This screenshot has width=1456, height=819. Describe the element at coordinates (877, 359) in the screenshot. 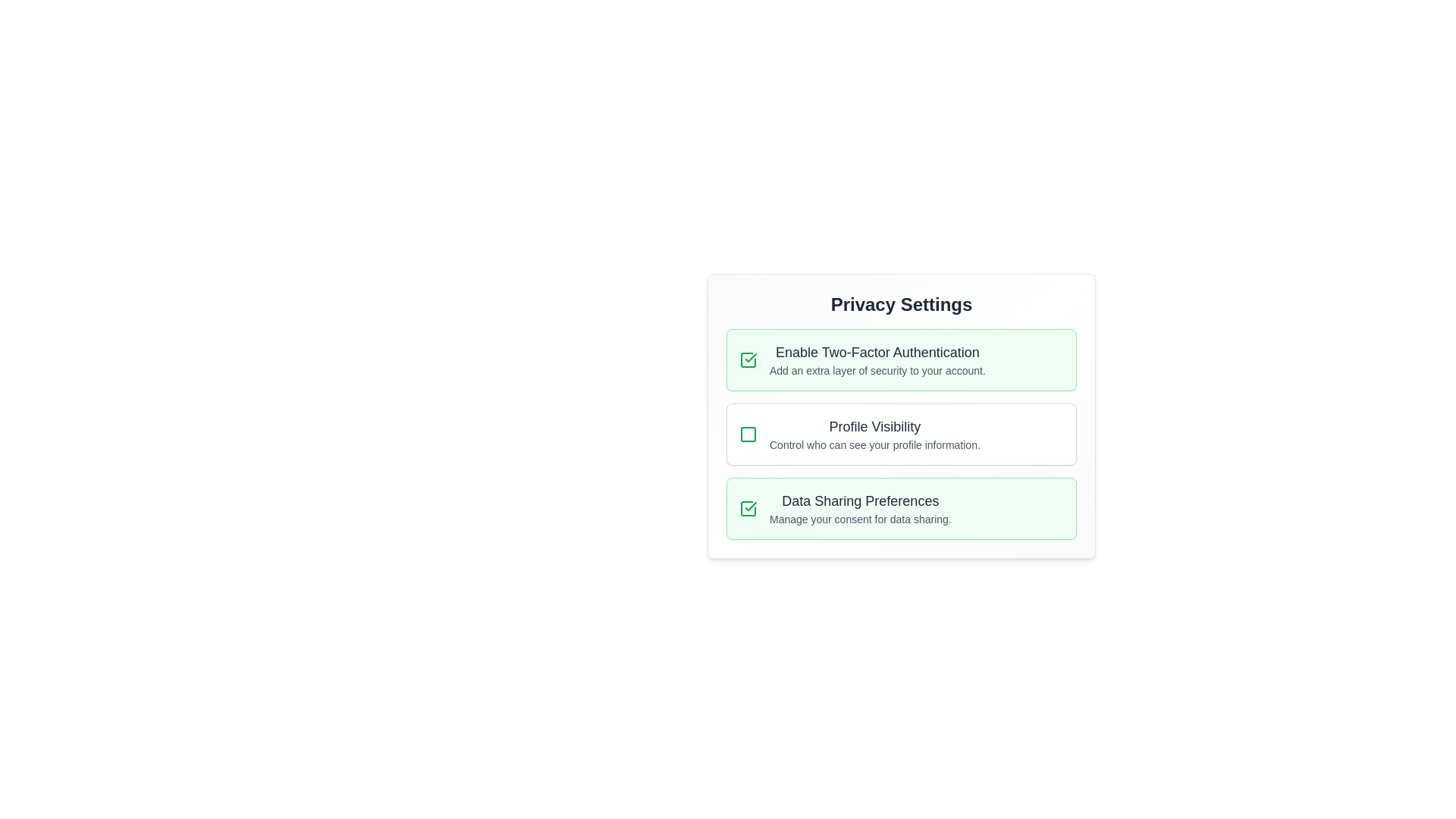

I see `the descriptive label for enabling two-factor authentication, which is the first item under the 'Privacy Settings' header` at that location.